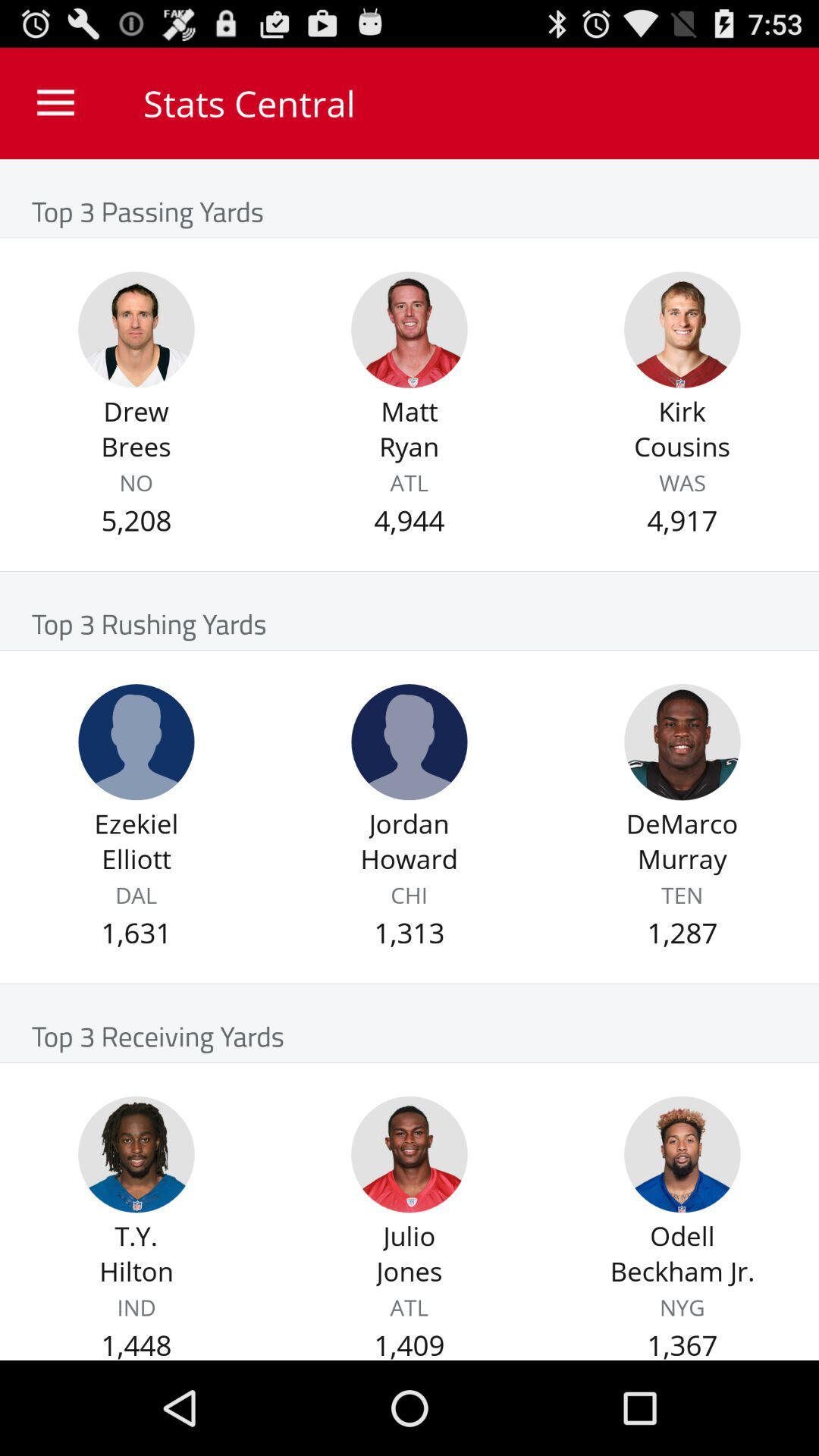 Image resolution: width=819 pixels, height=1456 pixels. I want to click on julio jones profile, so click(409, 1153).